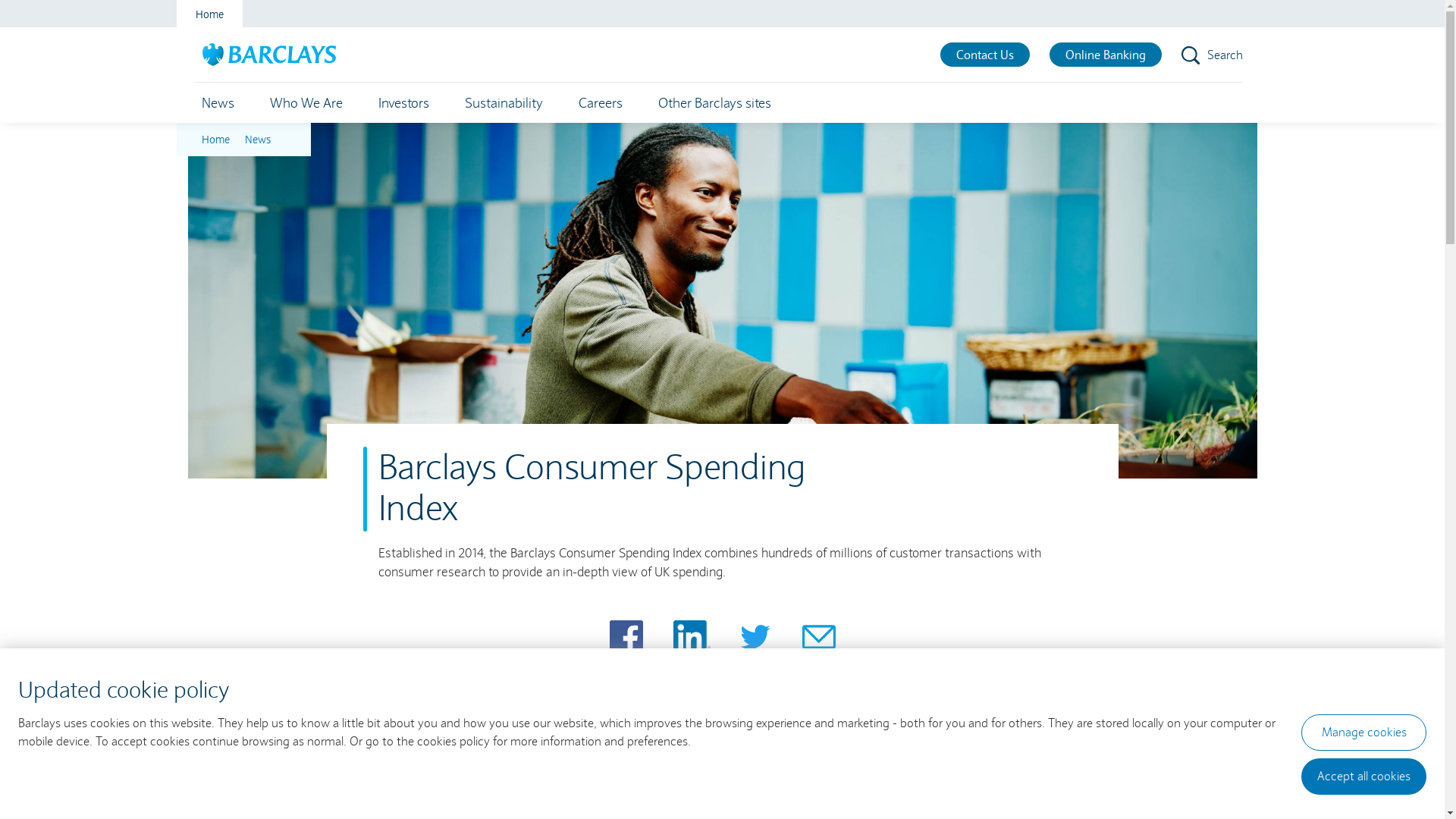 This screenshot has width=1456, height=819. Describe the element at coordinates (503, 102) in the screenshot. I see `'Sustainability'` at that location.